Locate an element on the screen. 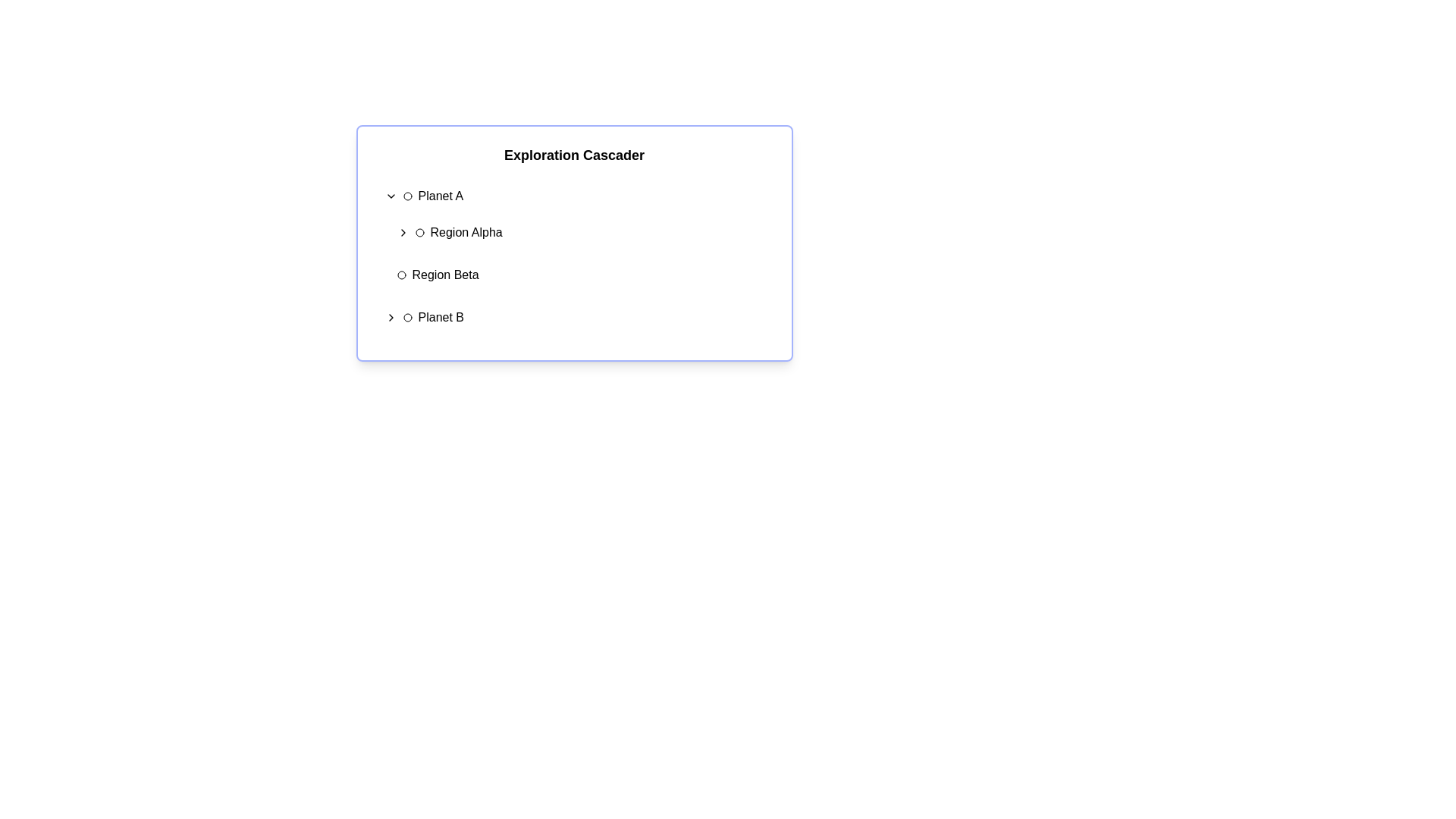 The height and width of the screenshot is (819, 1456). the Icon (circle outline) associated with the label 'Planet B' is located at coordinates (407, 317).